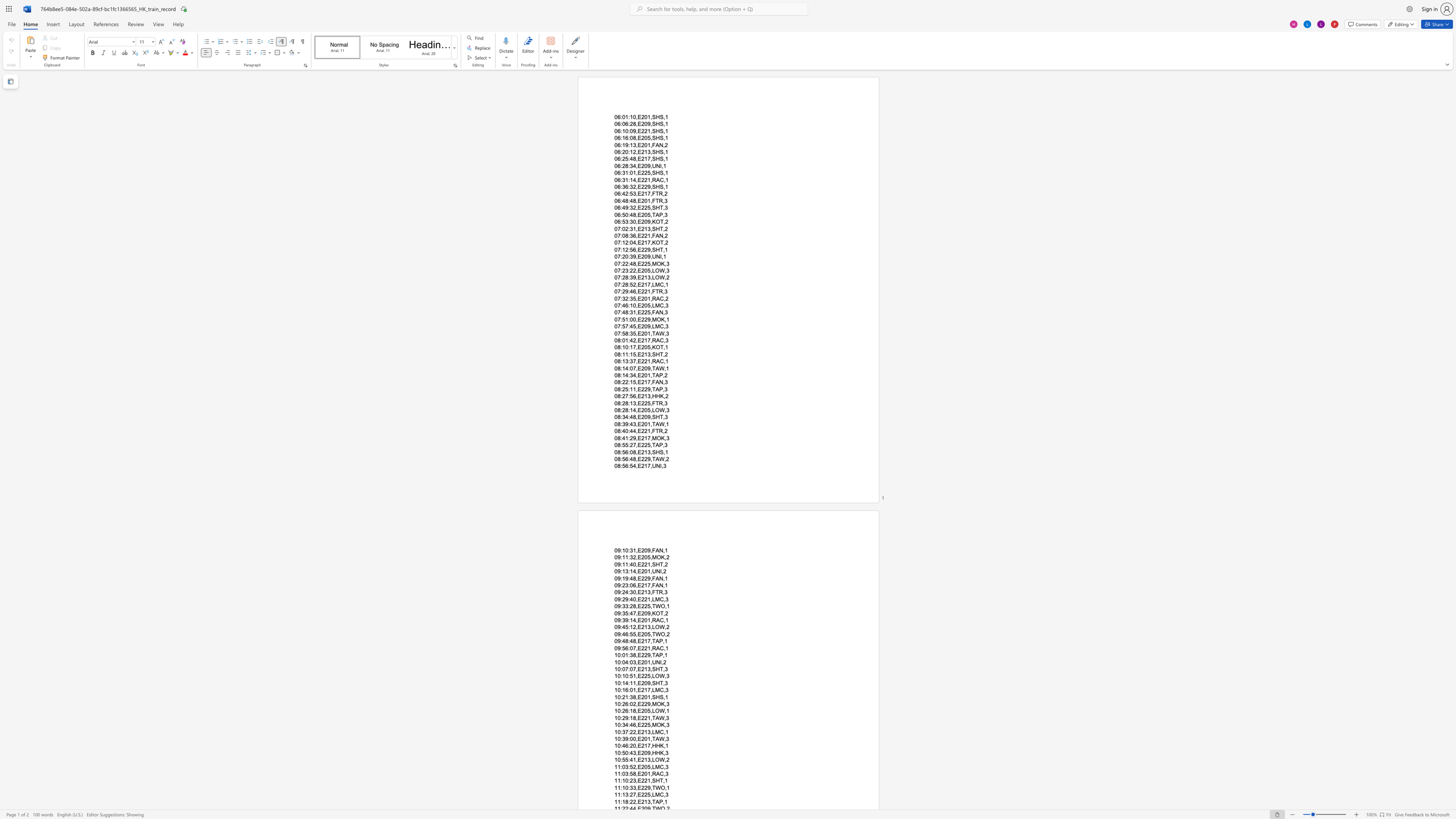 The image size is (1456, 819). I want to click on the subset text "01,TA" within the text "08:39:43,E201,TAW,1", so click(643, 423).